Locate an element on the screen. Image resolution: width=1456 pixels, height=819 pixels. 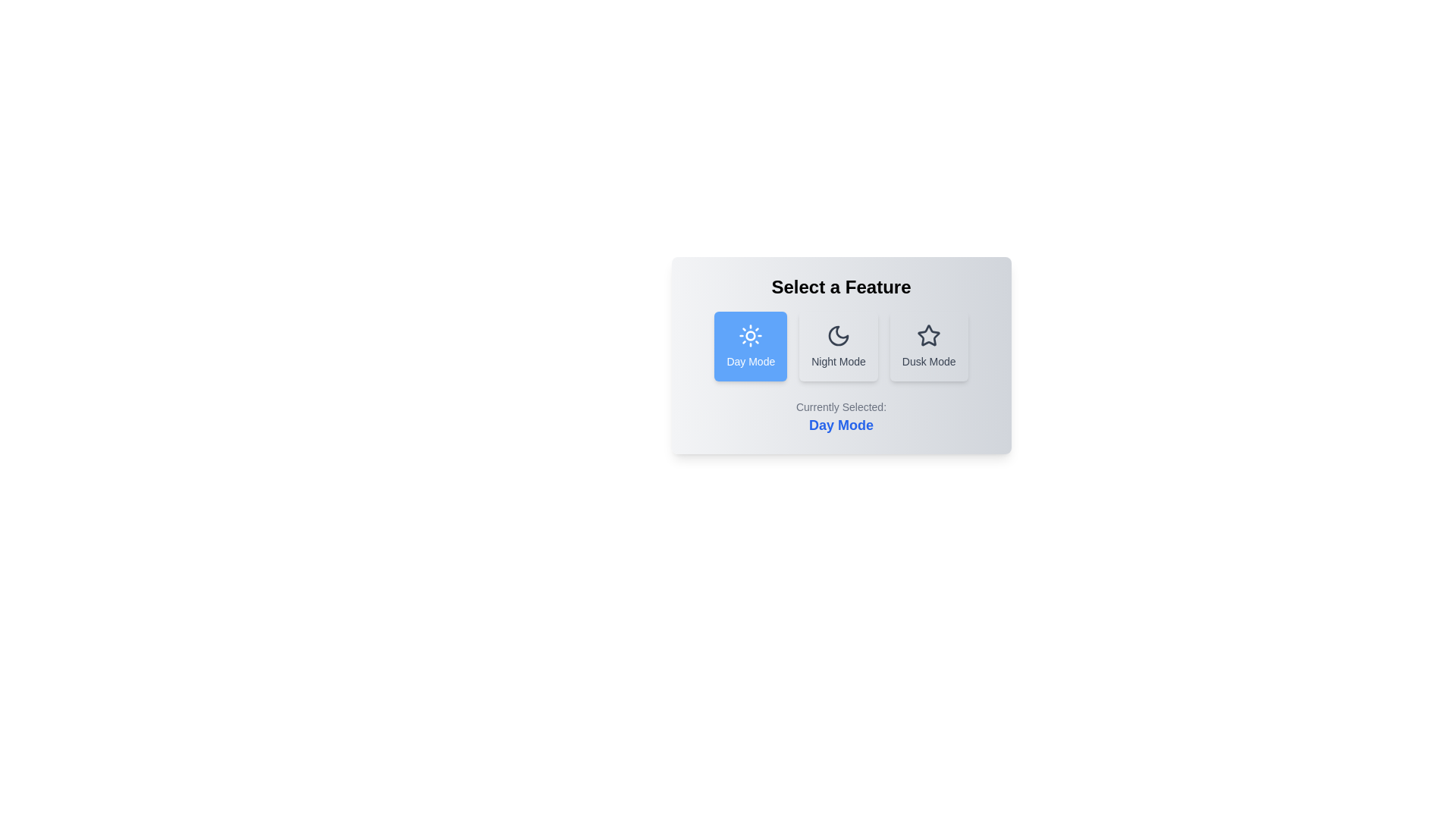
the icon of the button labeled Night Mode is located at coordinates (837, 335).